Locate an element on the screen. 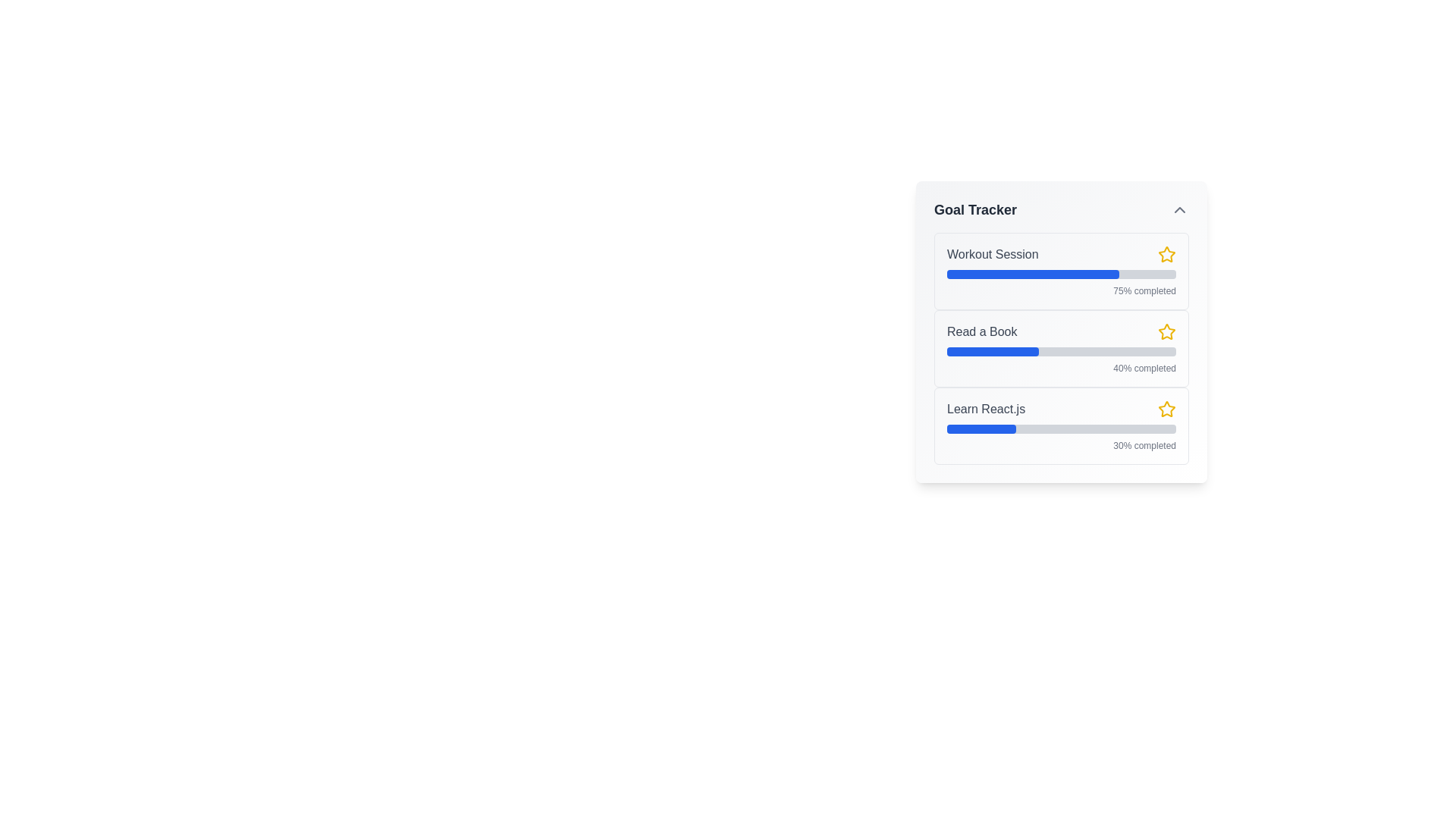  the task titled 'Workout Session' is located at coordinates (1061, 253).